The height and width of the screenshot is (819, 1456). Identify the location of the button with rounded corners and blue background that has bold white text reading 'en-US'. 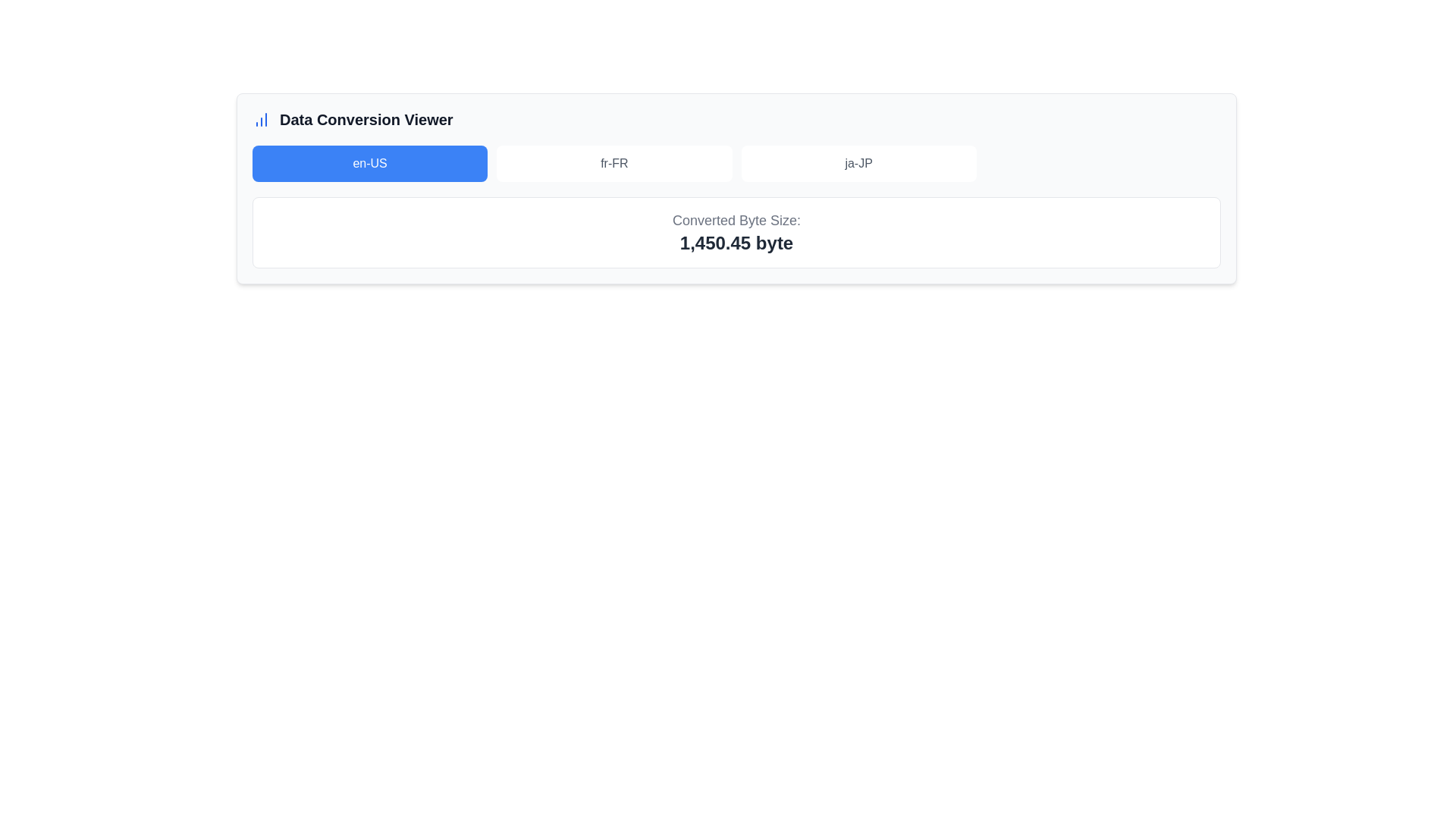
(370, 164).